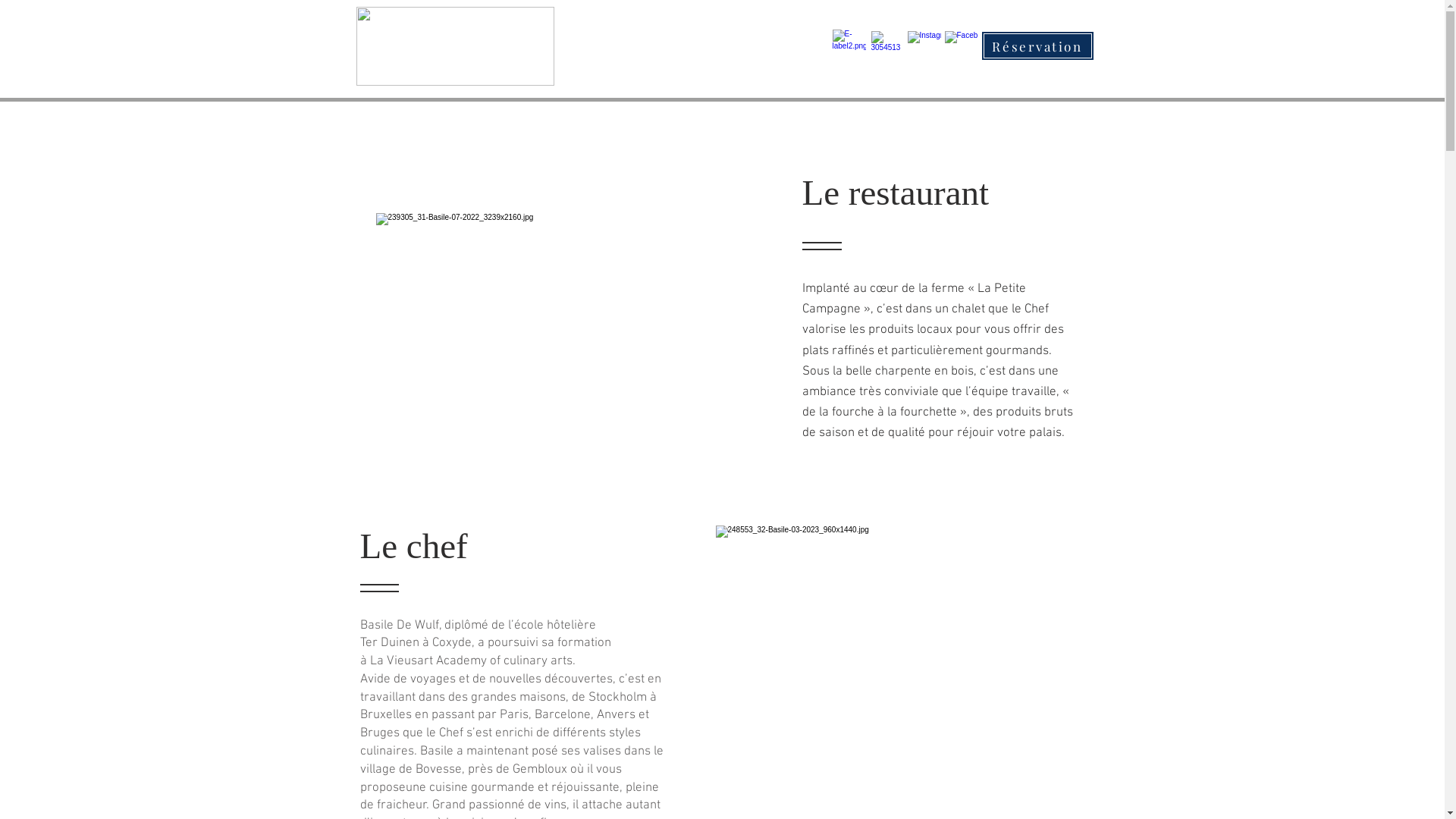 The image size is (1456, 819). What do you see at coordinates (885, 45) in the screenshot?
I see `'9c138c_71fc72f62da845549821a96096d53584~mv2.jpg'` at bounding box center [885, 45].